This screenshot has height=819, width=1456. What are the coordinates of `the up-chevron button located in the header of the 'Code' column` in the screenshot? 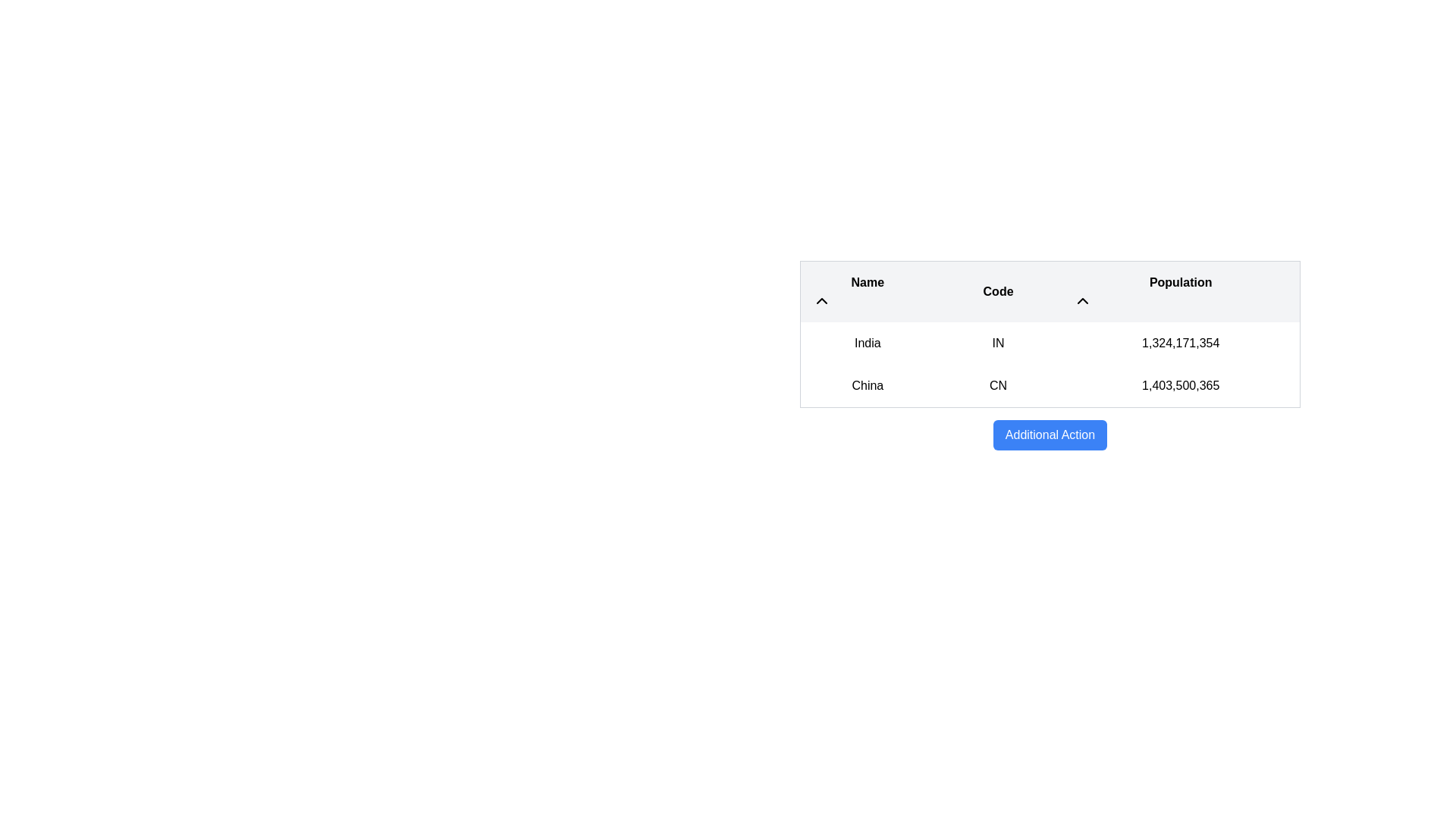 It's located at (1082, 301).